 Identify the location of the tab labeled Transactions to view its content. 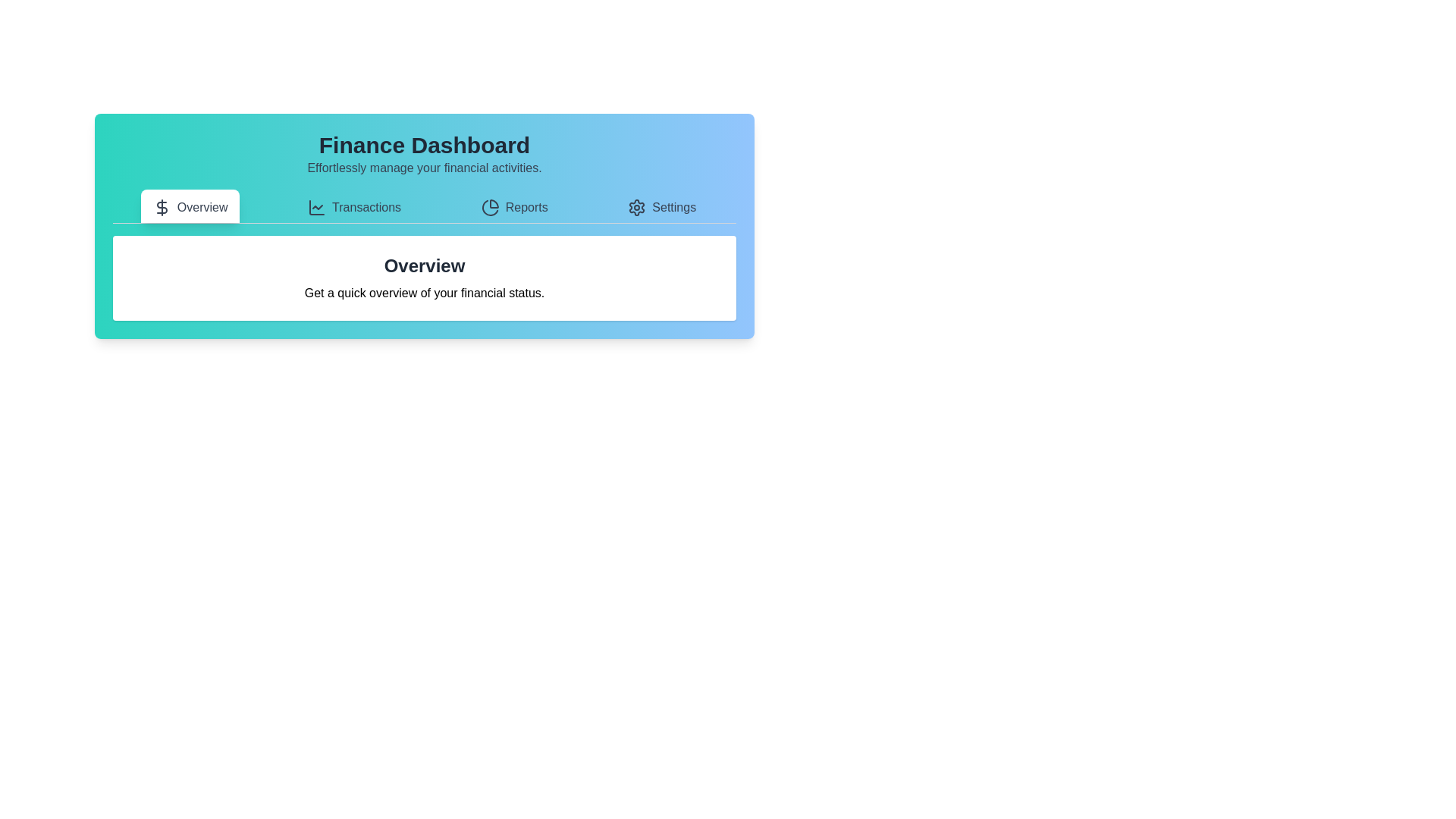
(353, 206).